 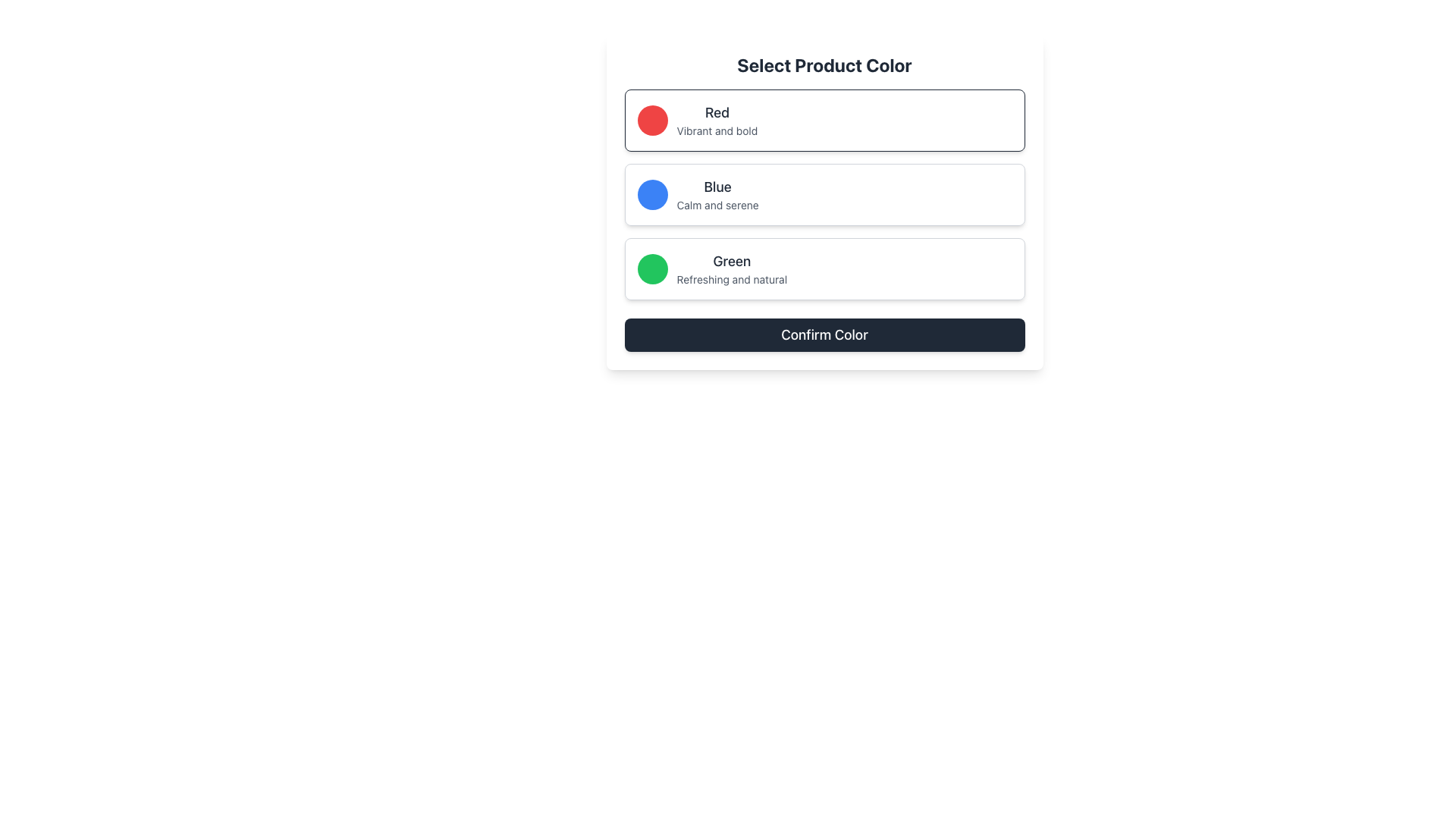 What do you see at coordinates (716, 130) in the screenshot?
I see `text label displaying 'Vibrant and bold', which is styled with a small font size and gray color, located below the 'Red' text in the color selection interface` at bounding box center [716, 130].